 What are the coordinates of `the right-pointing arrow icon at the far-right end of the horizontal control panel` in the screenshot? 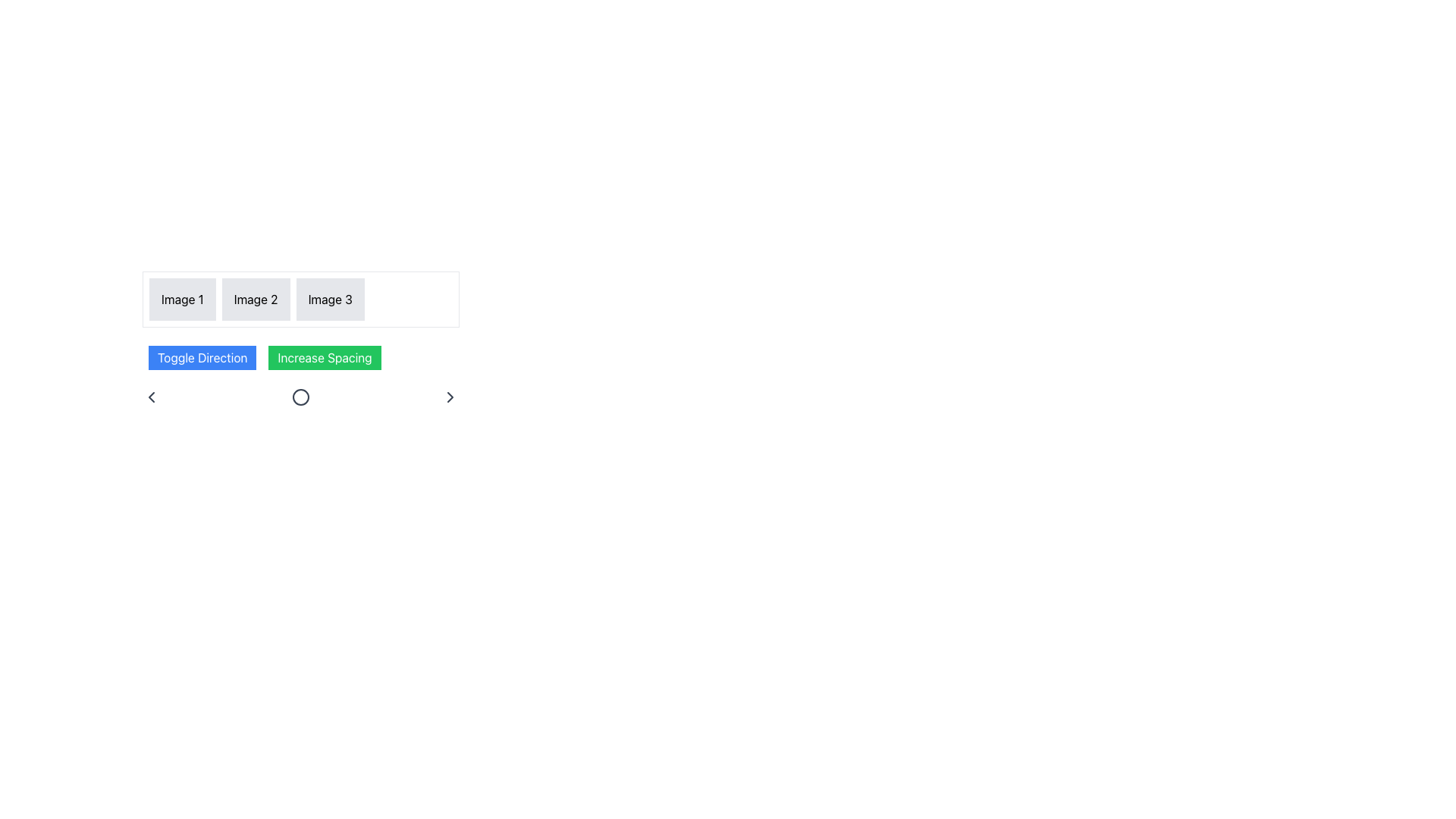 It's located at (450, 397).